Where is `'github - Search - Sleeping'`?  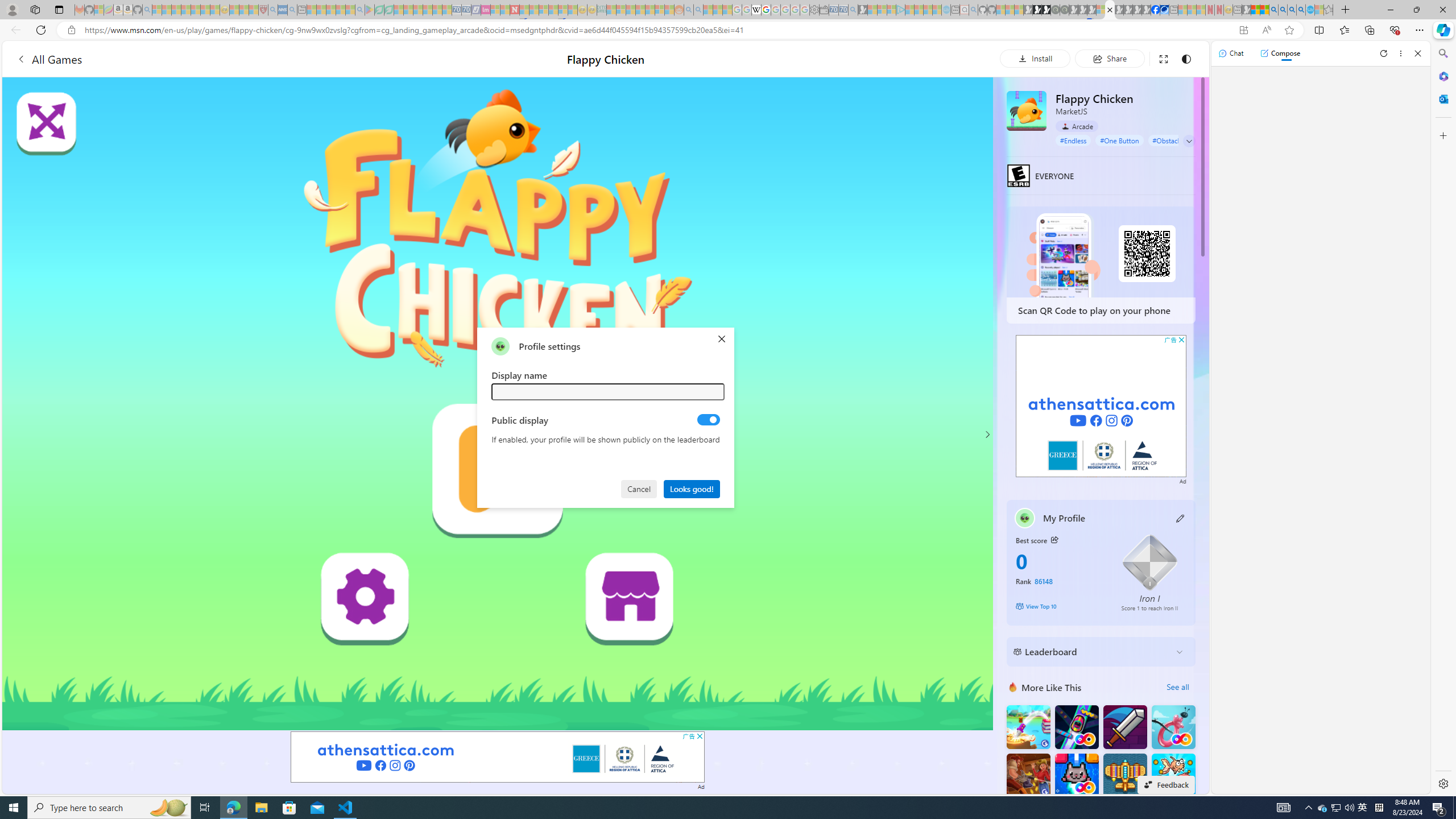
'github - Search - Sleeping' is located at coordinates (973, 9).